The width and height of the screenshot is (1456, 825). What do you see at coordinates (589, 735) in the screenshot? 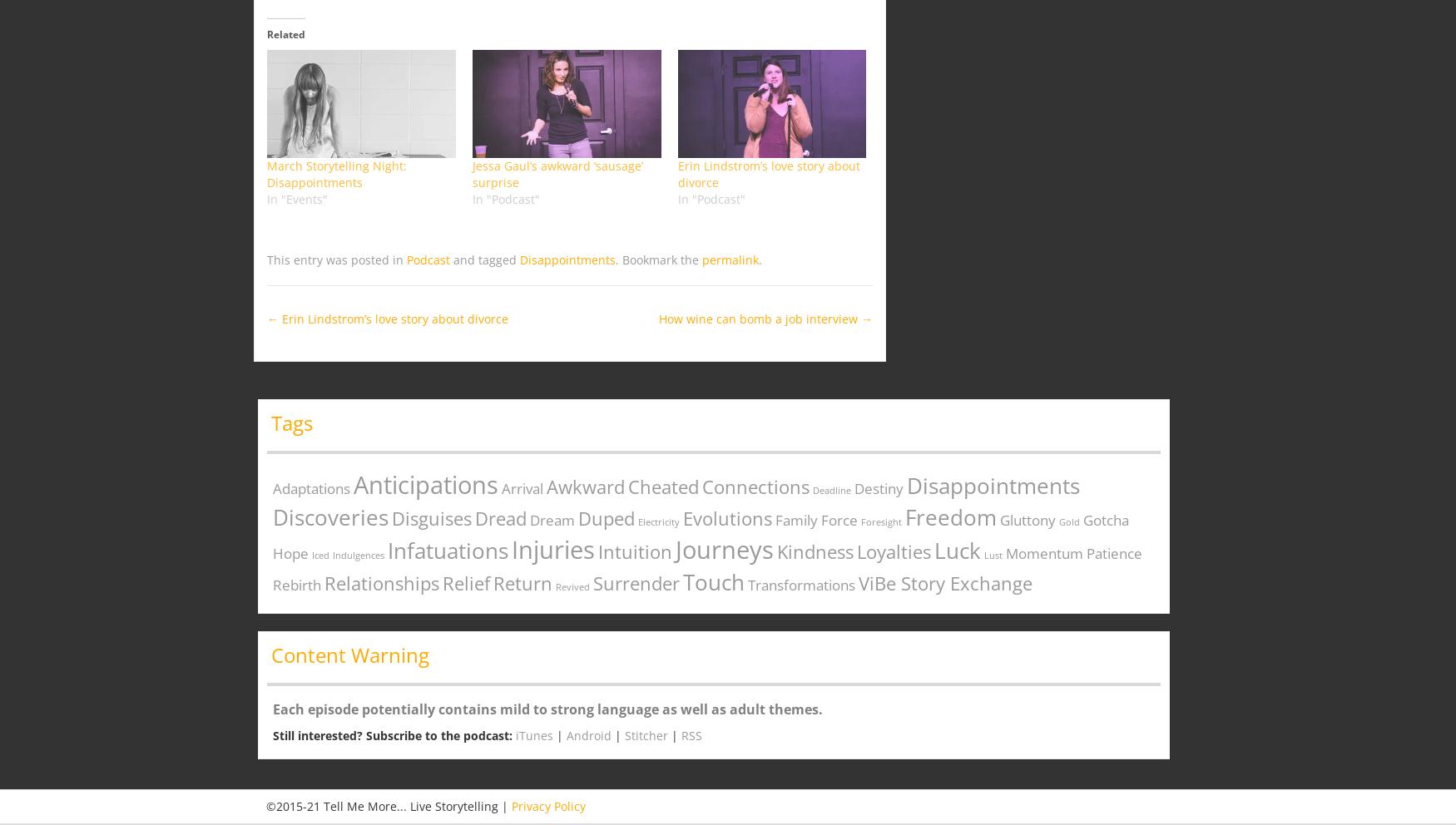
I see `'Android'` at bounding box center [589, 735].